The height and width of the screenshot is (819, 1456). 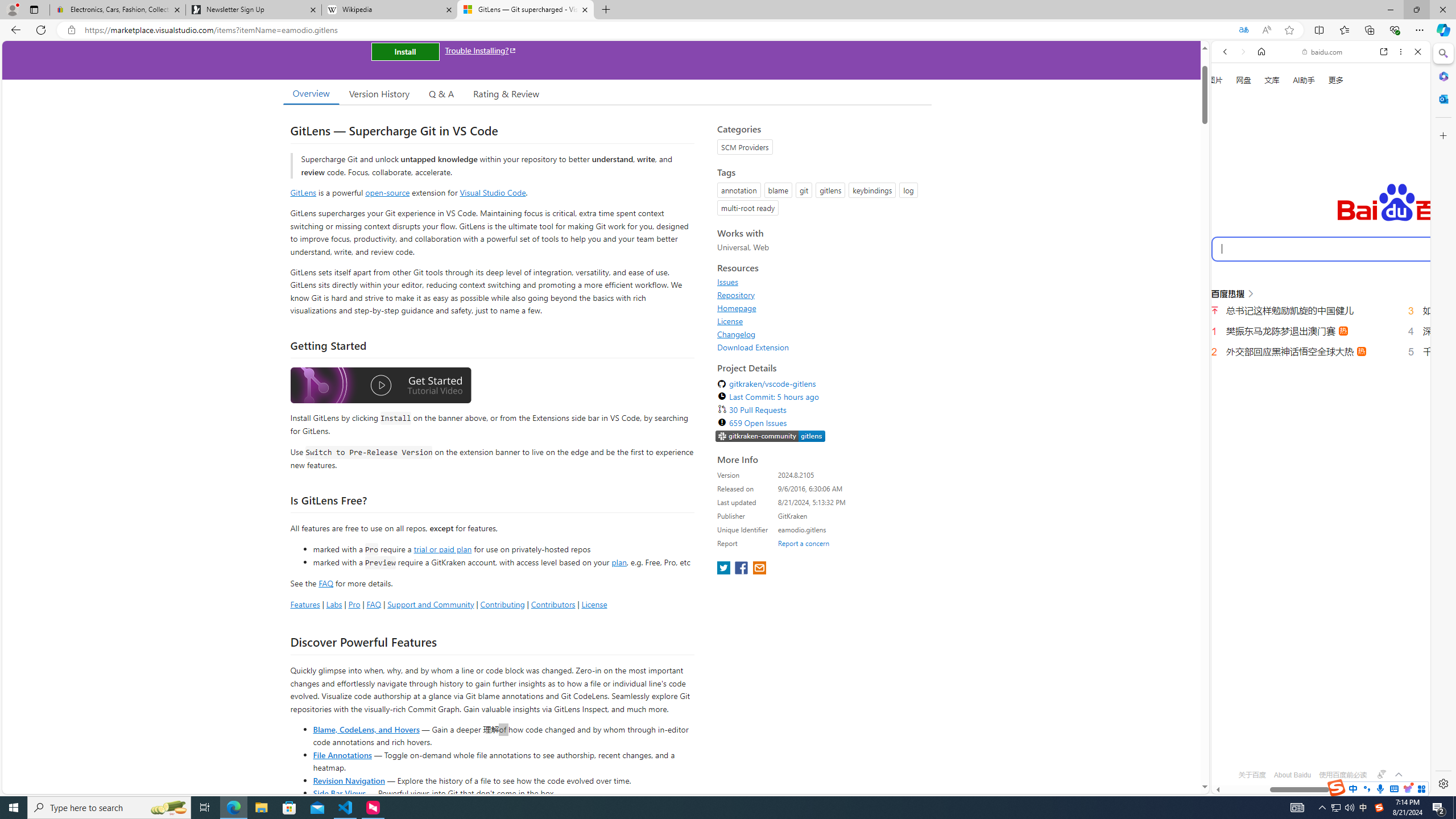 I want to click on 'AutomationID: kw', so click(x=1368, y=248).